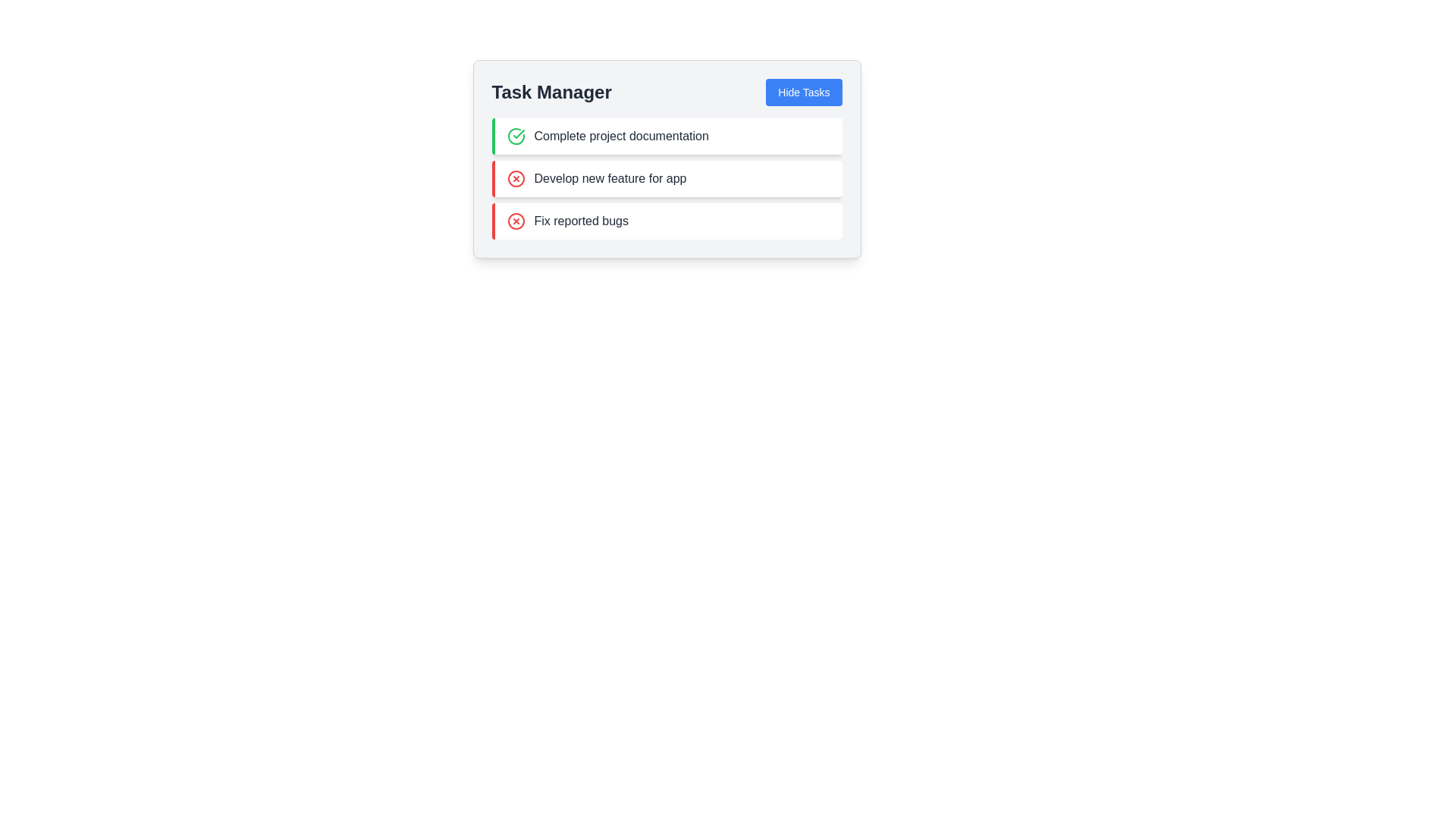 Image resolution: width=1456 pixels, height=819 pixels. I want to click on the error indicator icon located on the left side of the second list item titled 'Develop new feature for app.' to interact with it, so click(516, 177).